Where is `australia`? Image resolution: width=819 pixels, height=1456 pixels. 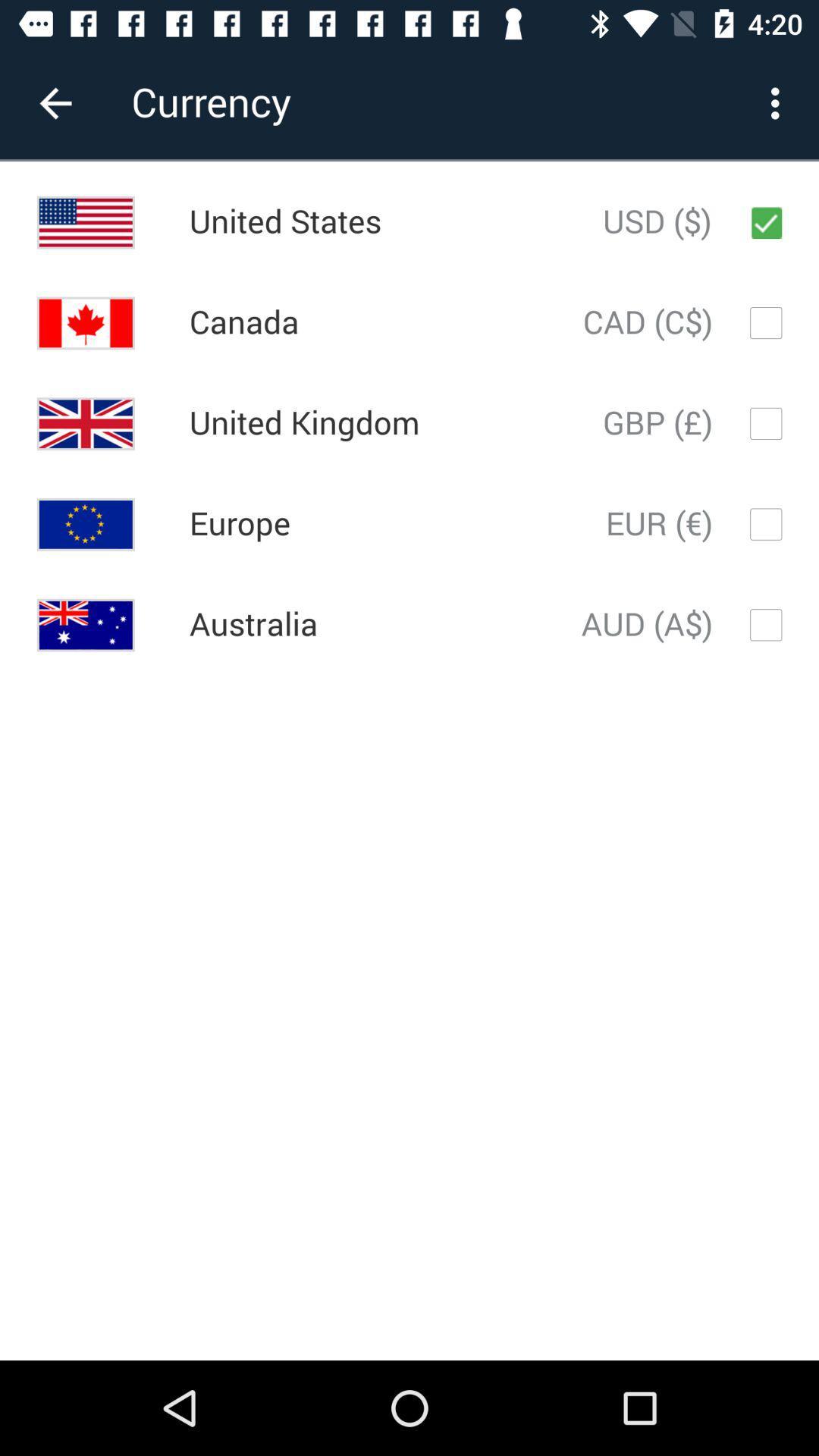
australia is located at coordinates (253, 625).